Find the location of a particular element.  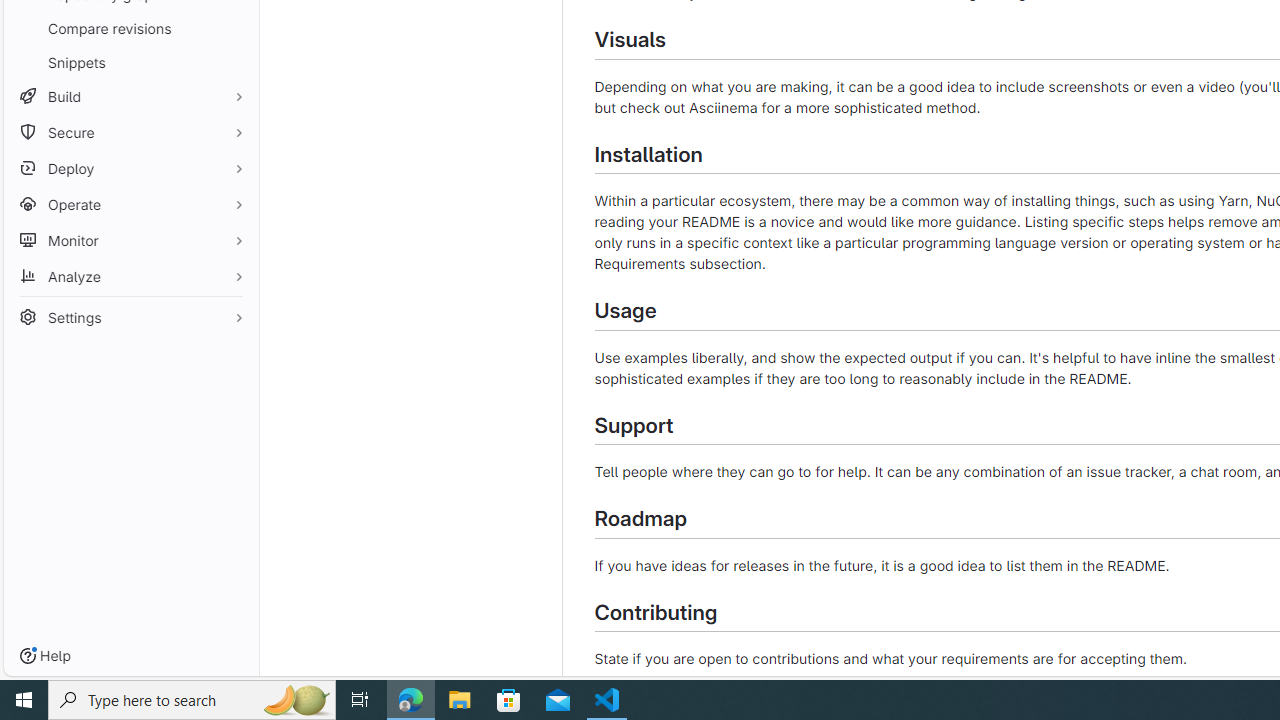

'Analyze' is located at coordinates (130, 276).